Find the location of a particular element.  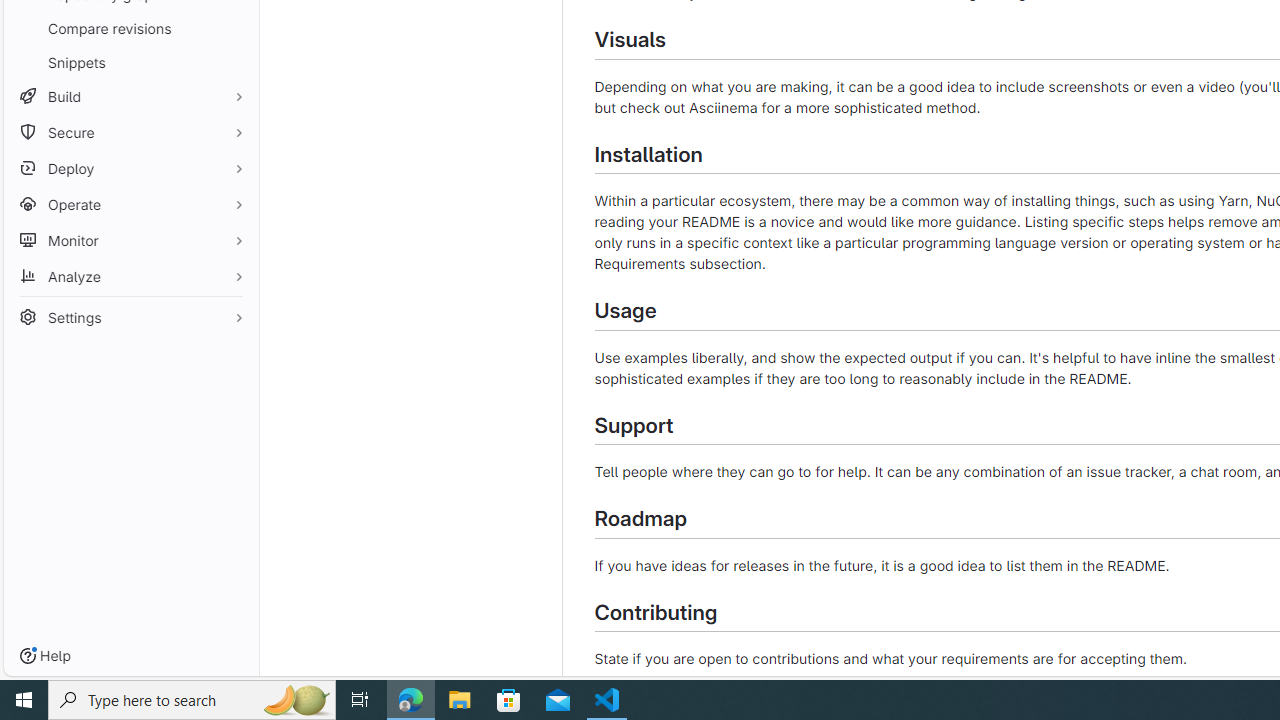

'Analyze' is located at coordinates (130, 276).